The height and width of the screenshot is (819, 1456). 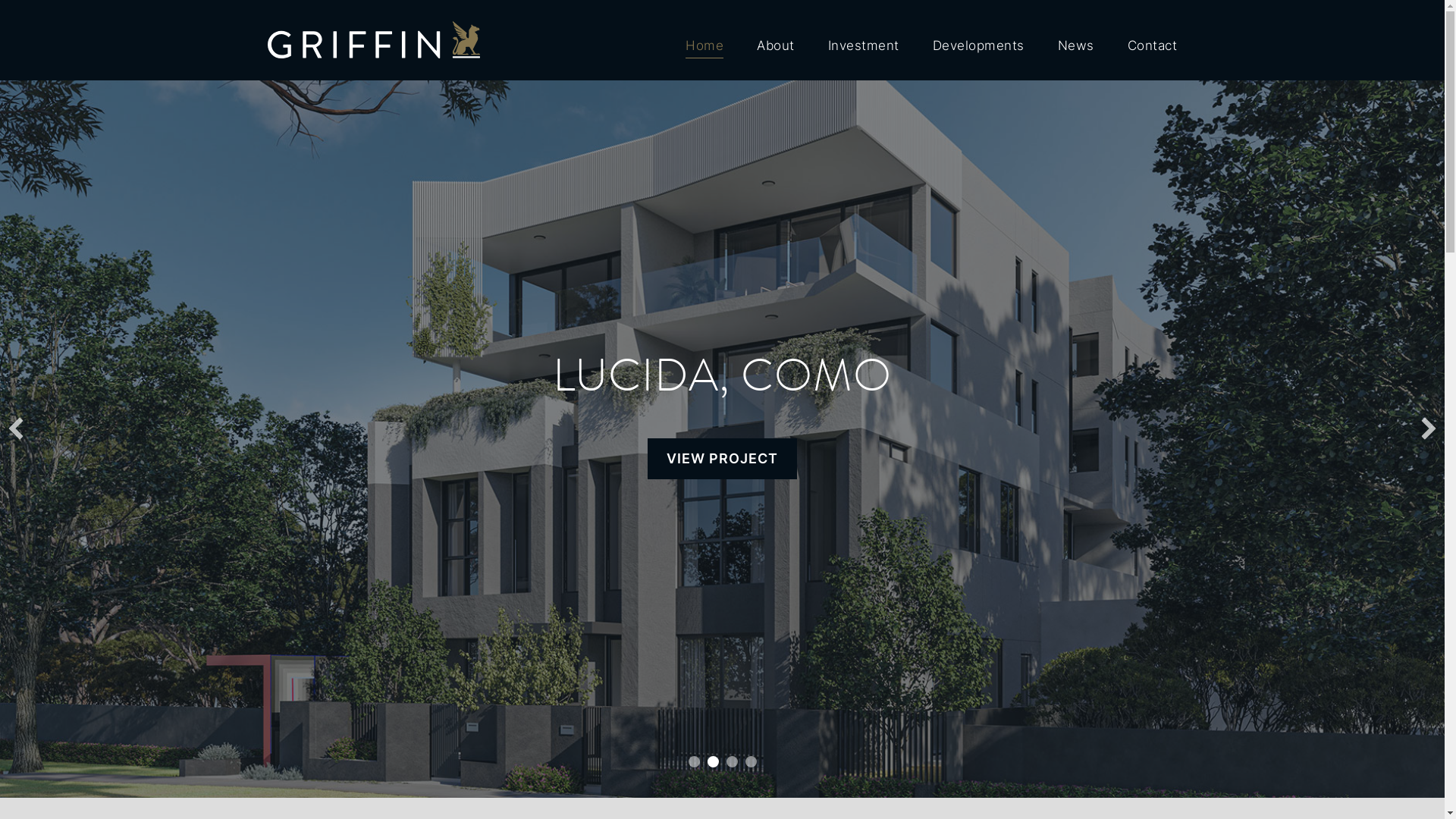 I want to click on 'VIEW PROJECT', so click(x=730, y=458).